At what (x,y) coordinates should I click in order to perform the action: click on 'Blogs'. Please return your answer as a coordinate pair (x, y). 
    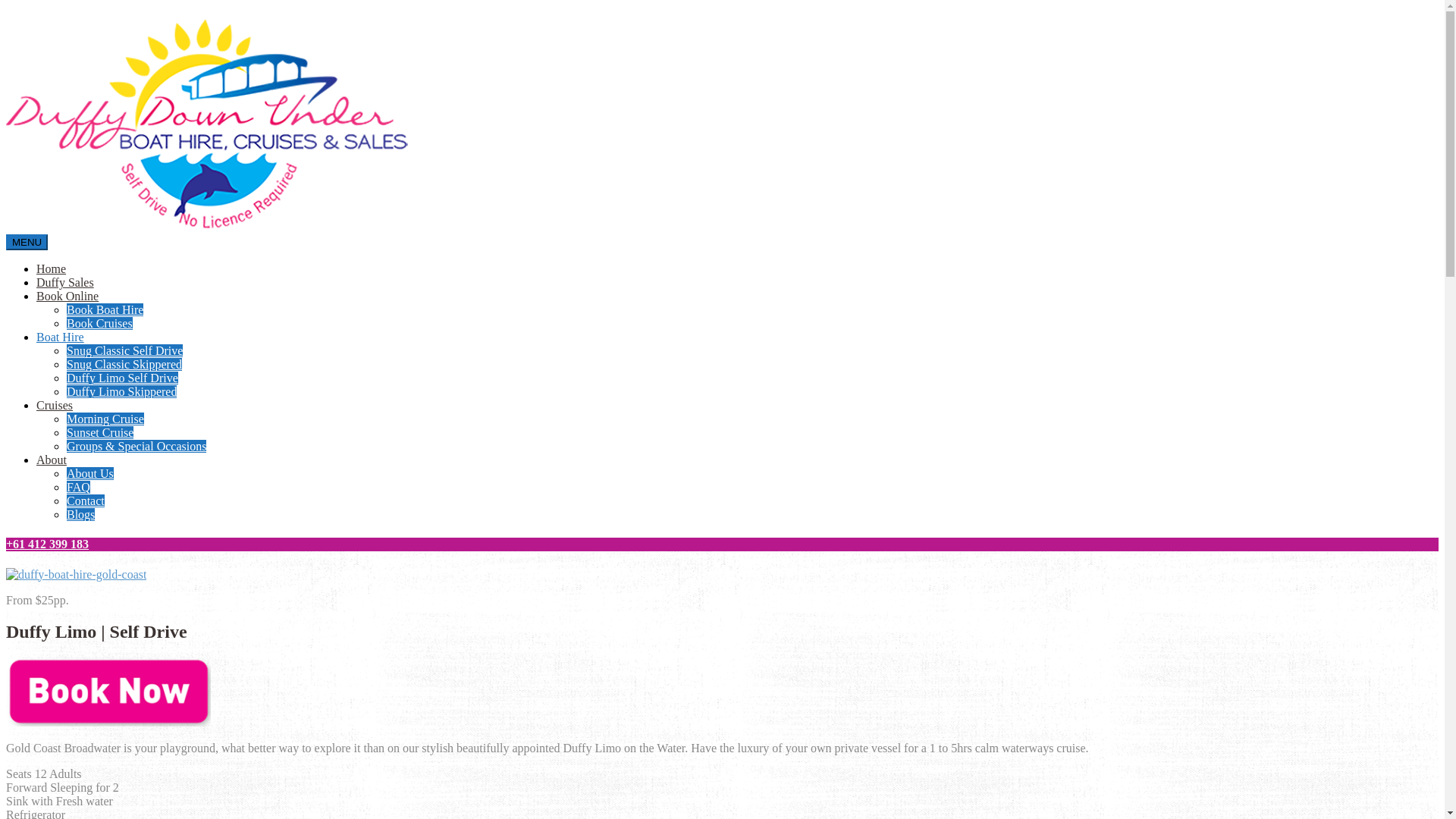
    Looking at the image, I should click on (80, 513).